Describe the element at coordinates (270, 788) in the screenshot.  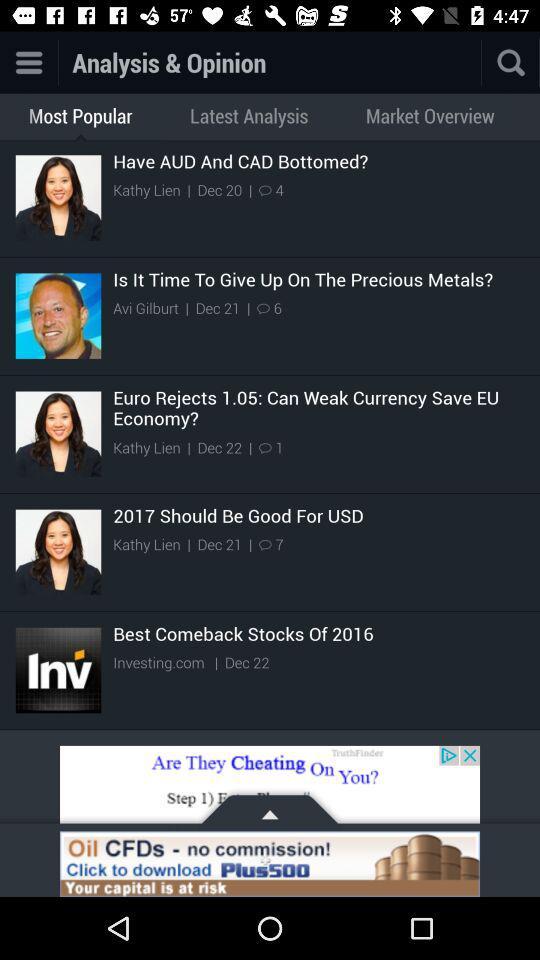
I see `advertisement in the bottom` at that location.